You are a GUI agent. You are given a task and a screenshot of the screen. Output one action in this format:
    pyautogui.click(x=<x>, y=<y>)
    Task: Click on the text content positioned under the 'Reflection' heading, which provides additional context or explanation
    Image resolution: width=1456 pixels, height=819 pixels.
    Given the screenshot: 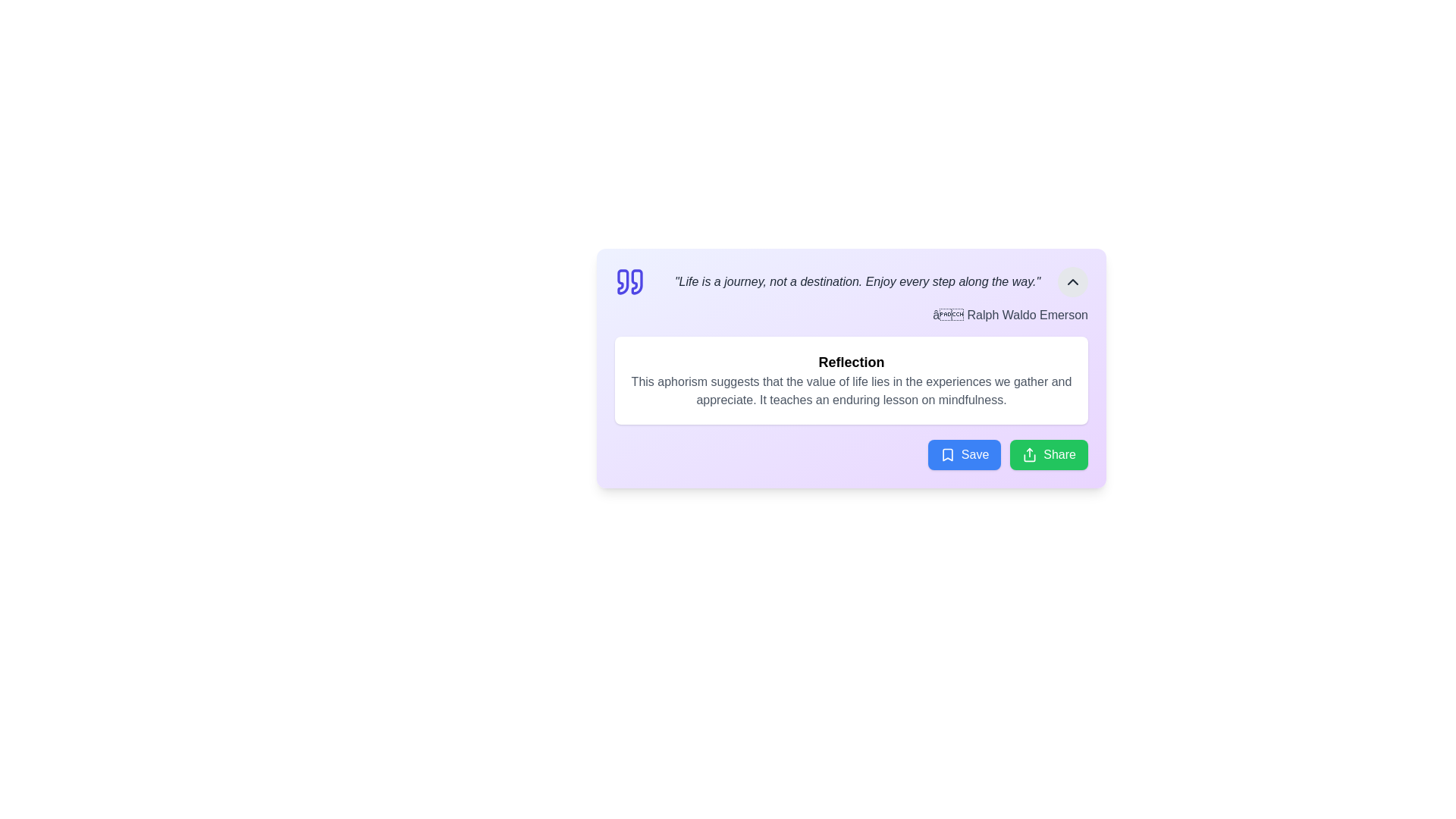 What is the action you would take?
    pyautogui.click(x=852, y=391)
    